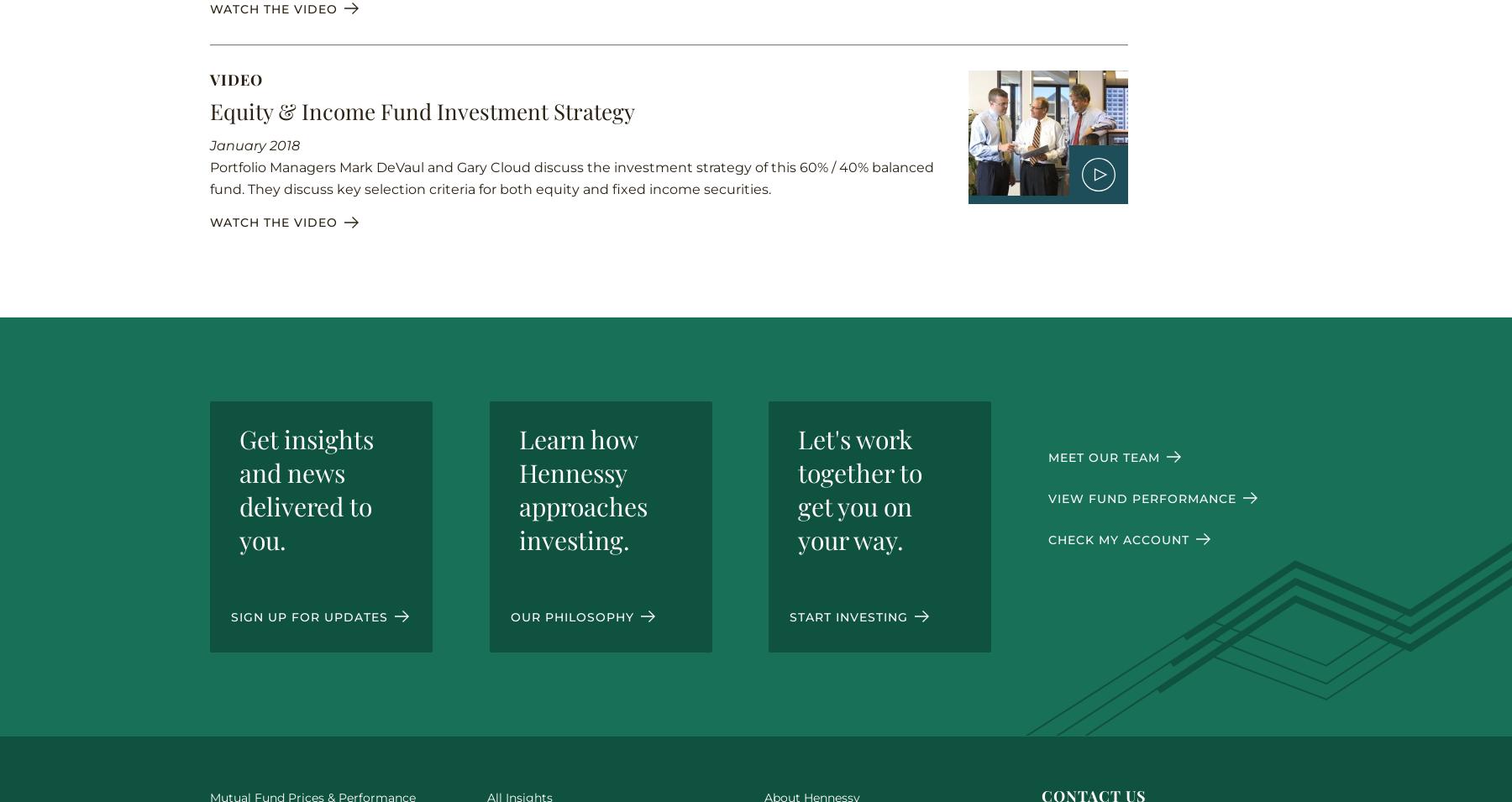 The image size is (1512, 802). I want to click on 'Sign up for updates', so click(311, 616).